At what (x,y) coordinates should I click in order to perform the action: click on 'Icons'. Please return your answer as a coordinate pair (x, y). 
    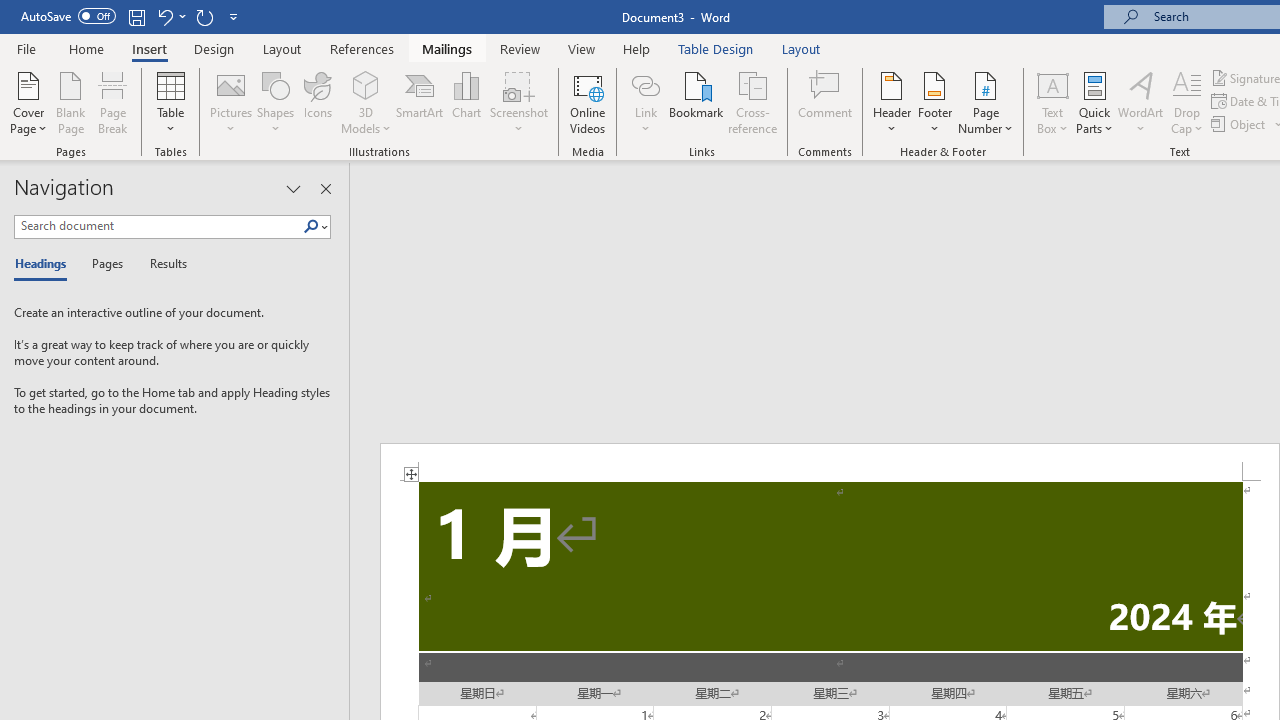
    Looking at the image, I should click on (317, 103).